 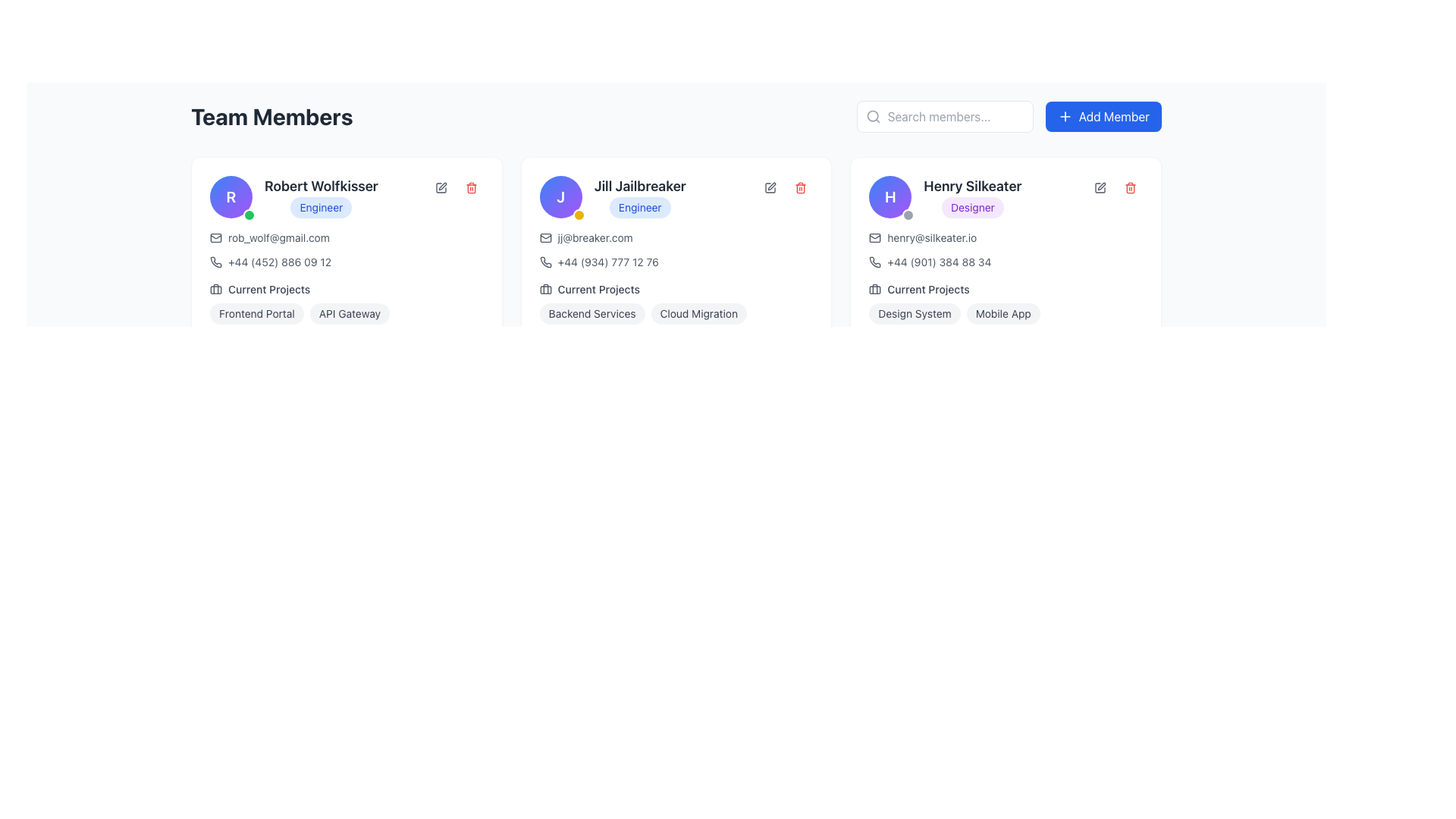 What do you see at coordinates (872, 115) in the screenshot?
I see `the lens graphical icon representing the search functionality located near the top right corner of the application interface, within the search input box to the left of the 'Add Member' button` at bounding box center [872, 115].